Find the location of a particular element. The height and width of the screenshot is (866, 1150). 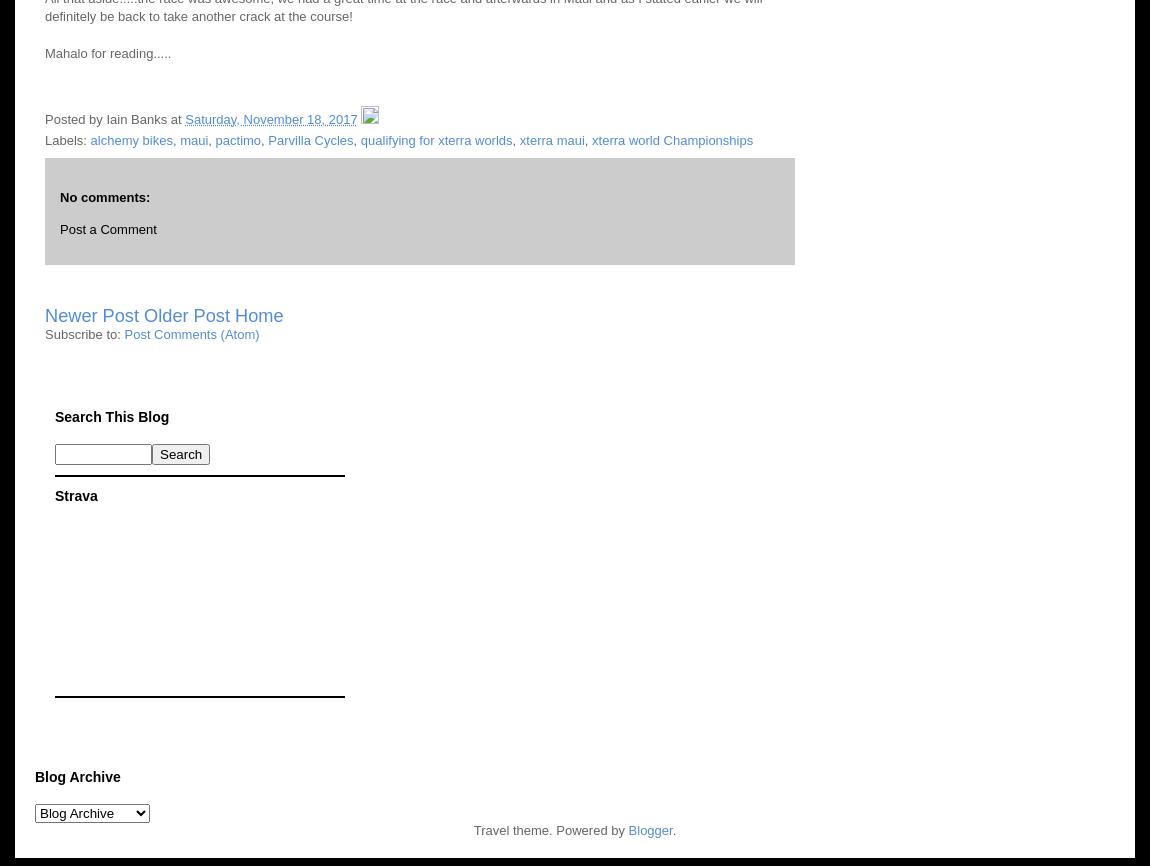

'qualifying for xterra worlds' is located at coordinates (435, 139).